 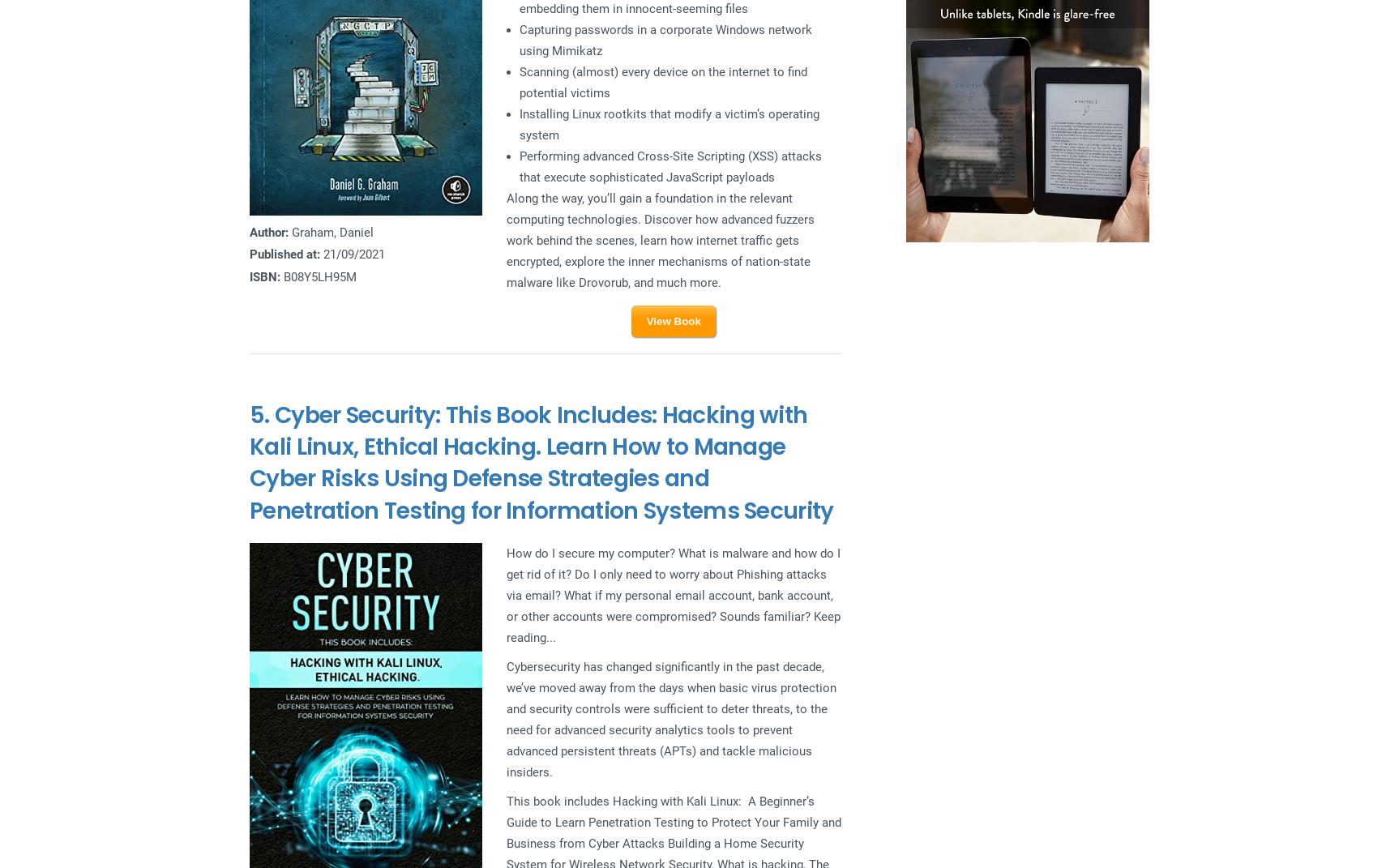 What do you see at coordinates (331, 231) in the screenshot?
I see `'Graham, Daniel'` at bounding box center [331, 231].